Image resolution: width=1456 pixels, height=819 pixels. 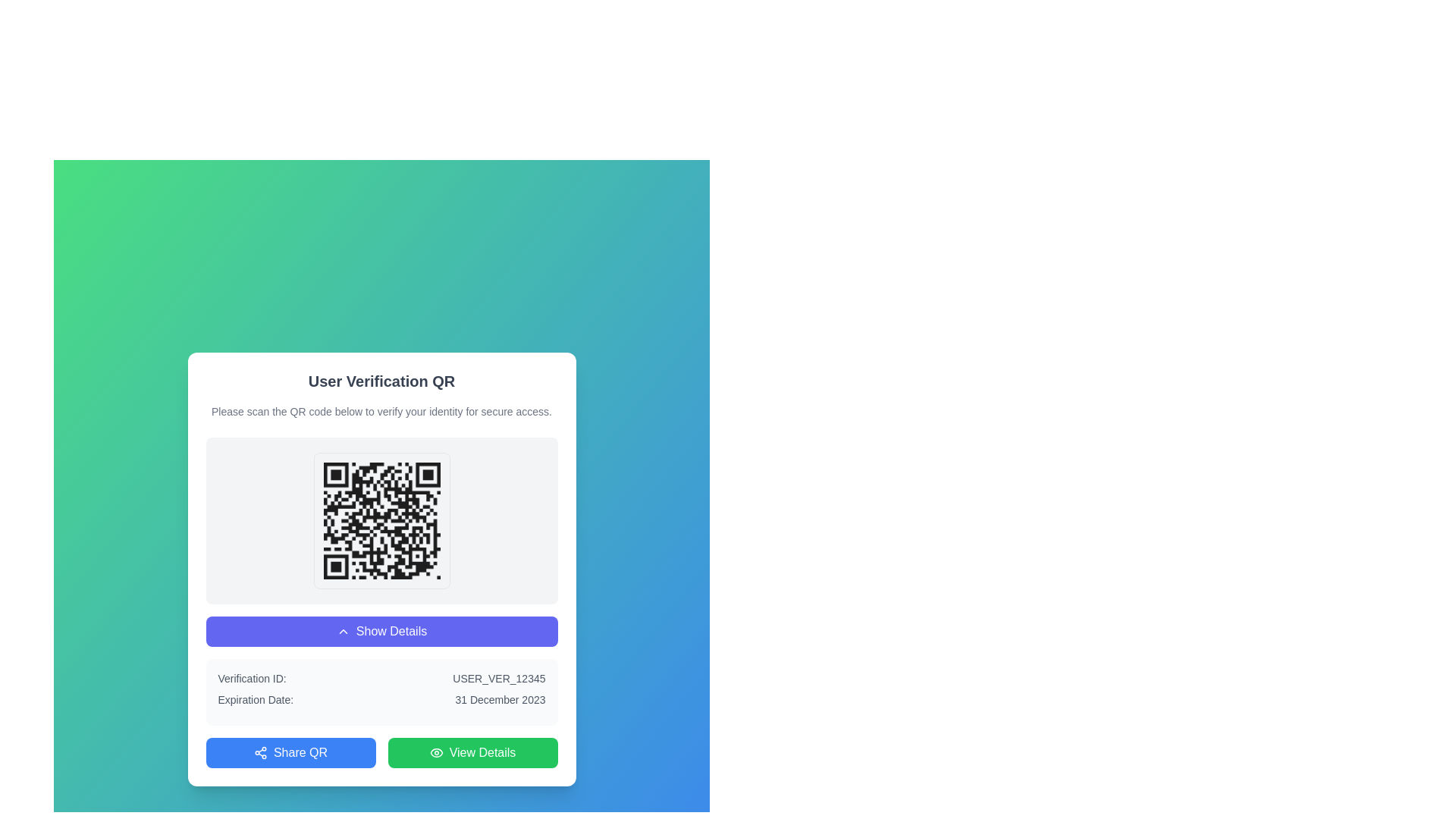 I want to click on the QR code located at the center of the 'User Verification QR' card, which is enclosed within a light grey box, so click(x=381, y=519).